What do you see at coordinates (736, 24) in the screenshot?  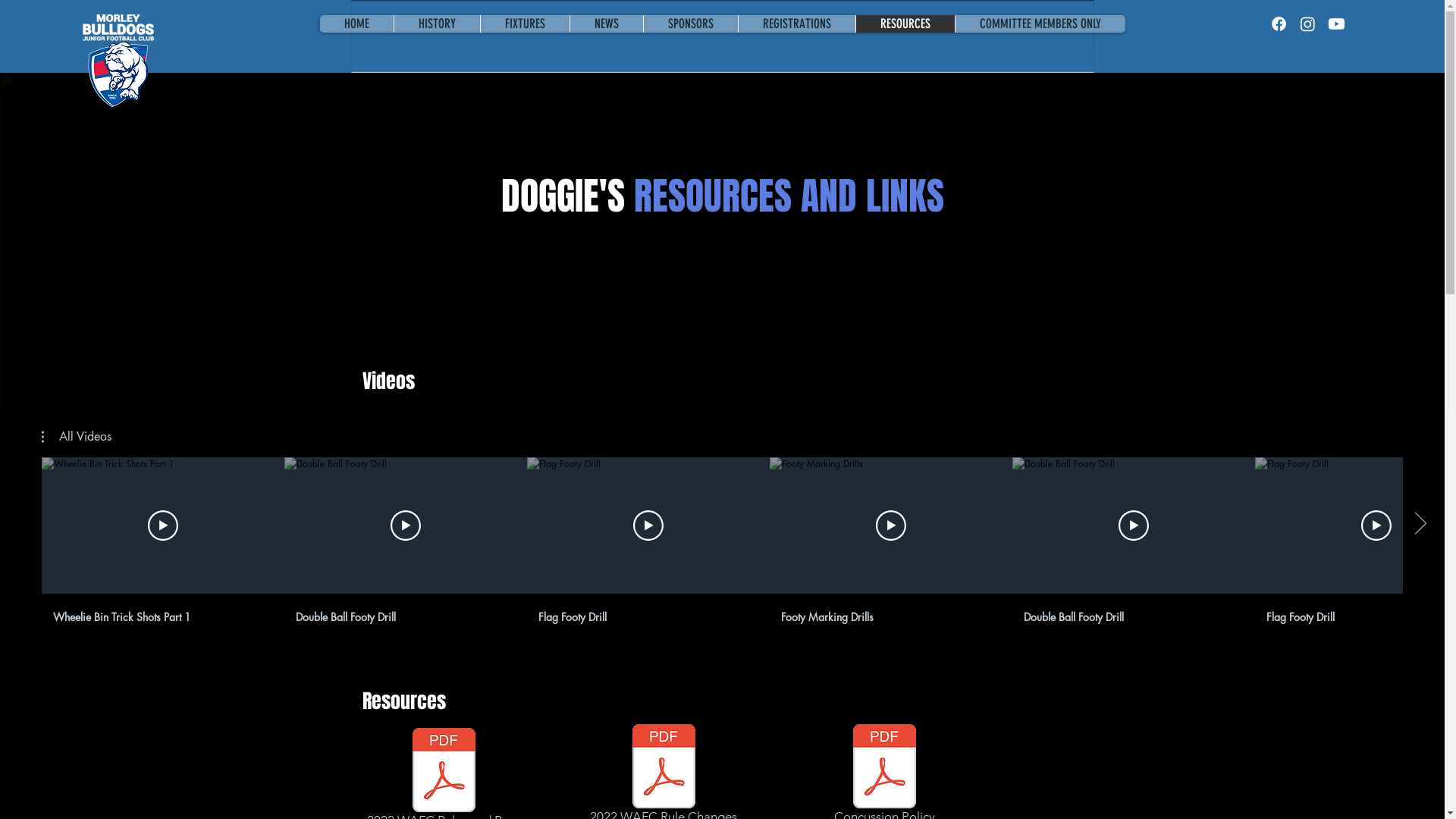 I see `'REGISTRATIONS'` at bounding box center [736, 24].